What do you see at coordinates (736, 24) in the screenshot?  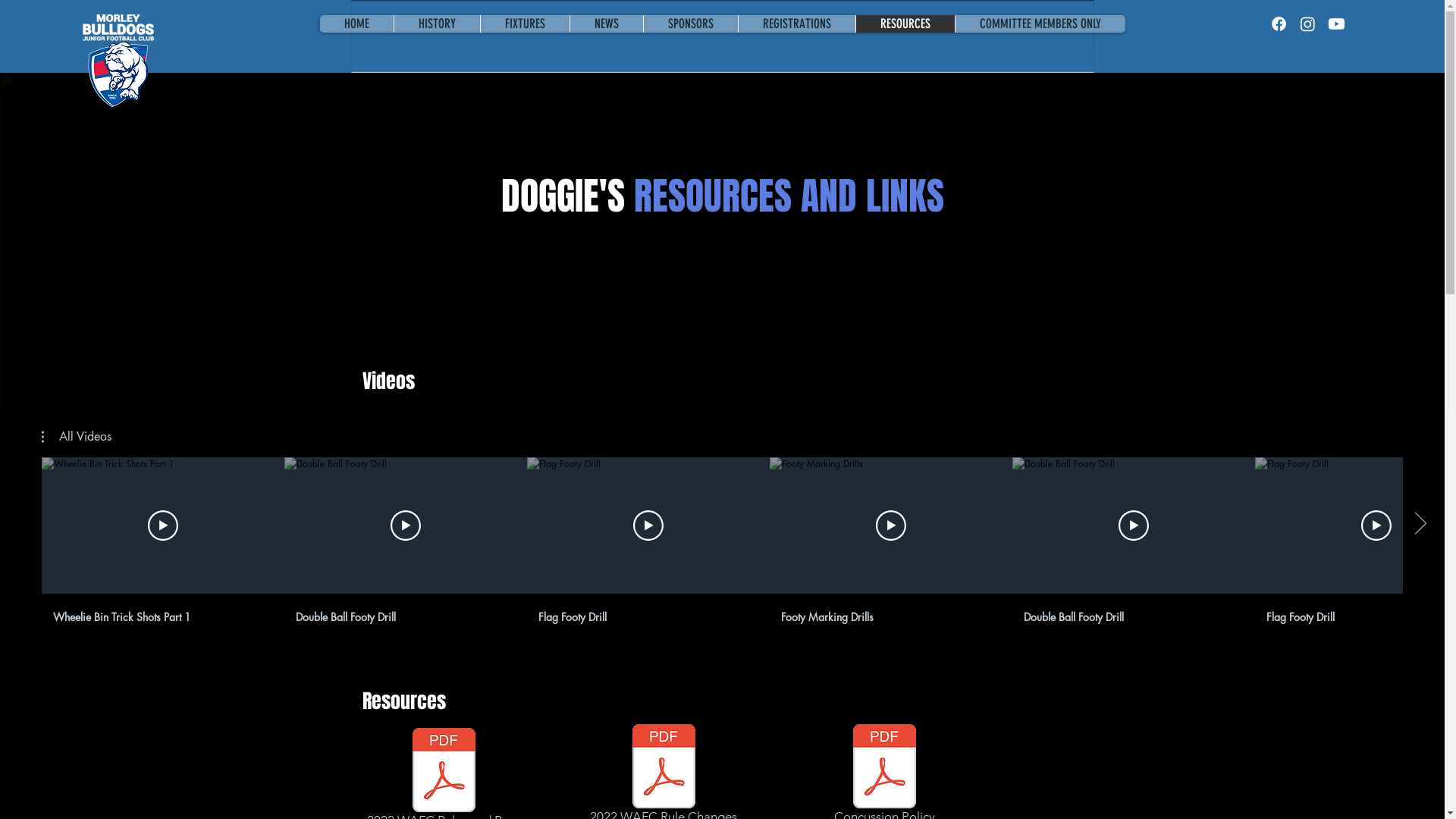 I see `'REGISTRATIONS'` at bounding box center [736, 24].